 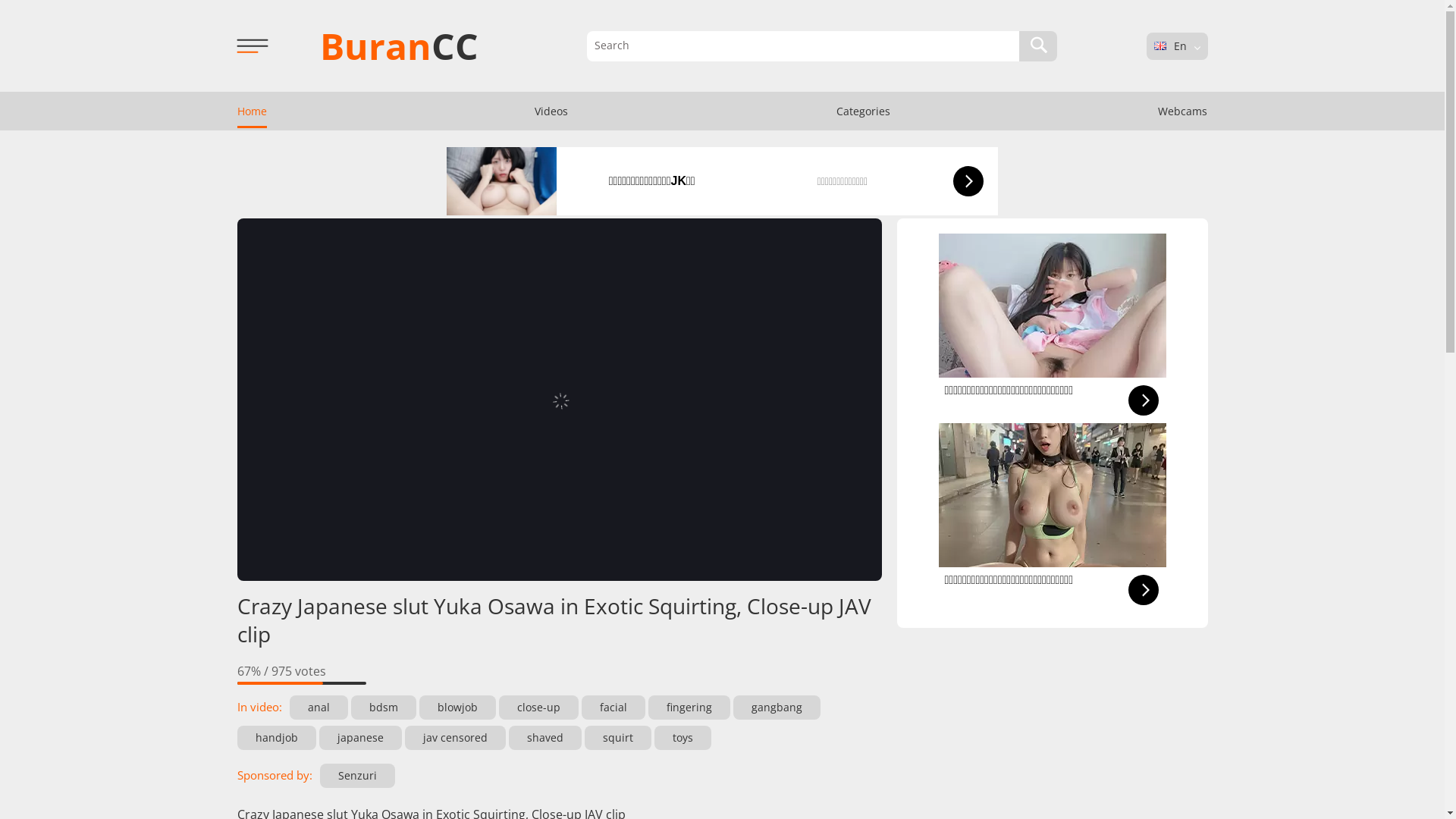 What do you see at coordinates (1181, 110) in the screenshot?
I see `'Webcams'` at bounding box center [1181, 110].